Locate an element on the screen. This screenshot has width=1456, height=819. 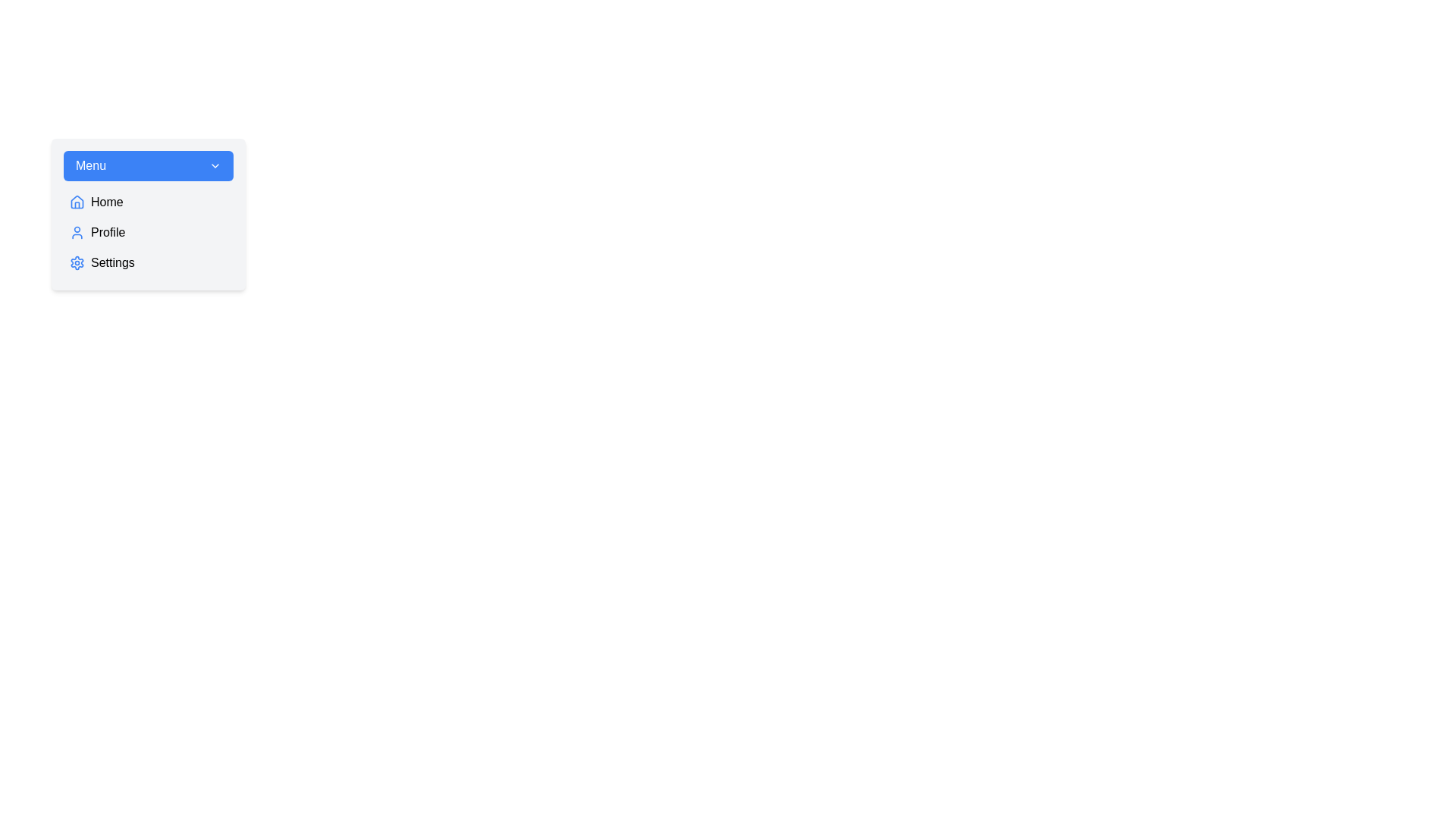
the menu button to toggle the menu's open/closed state is located at coordinates (149, 166).